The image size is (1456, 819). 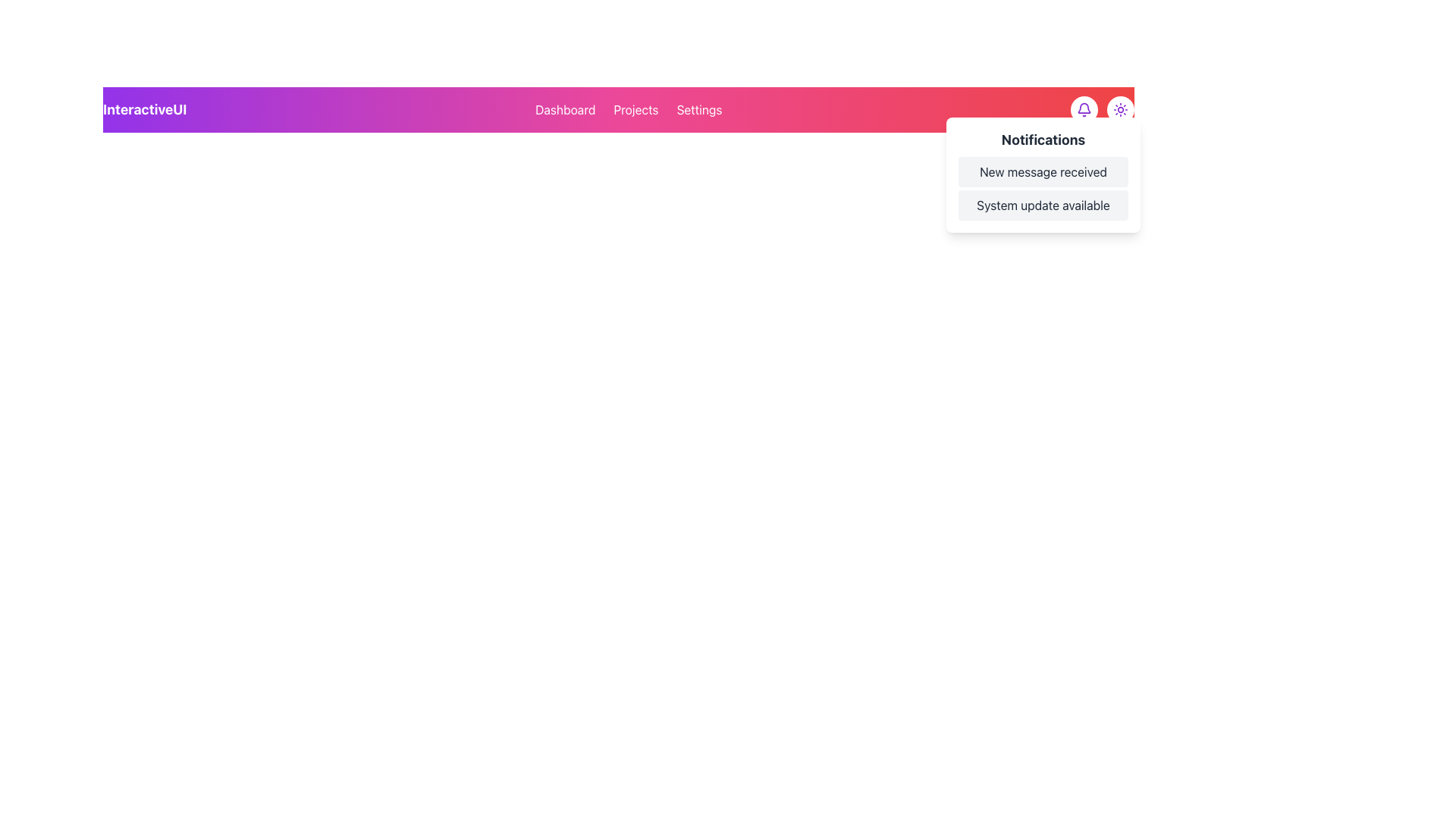 I want to click on the status of the bell icon within the notification area located at the top-right corner of the interface, so click(x=1084, y=107).